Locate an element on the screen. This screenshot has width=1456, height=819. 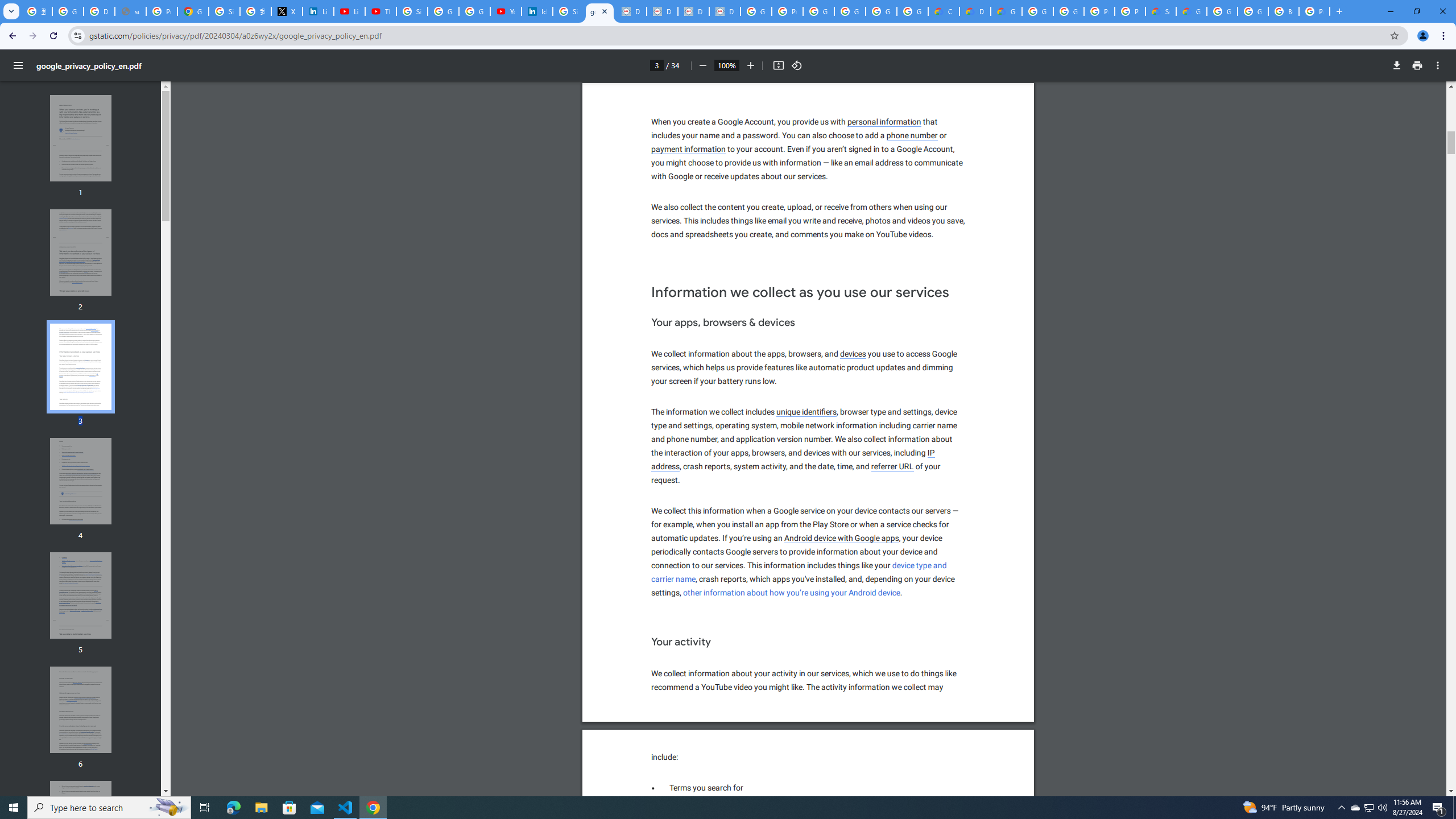
'Gemini for Business and Developers | Google Cloud' is located at coordinates (1006, 11).